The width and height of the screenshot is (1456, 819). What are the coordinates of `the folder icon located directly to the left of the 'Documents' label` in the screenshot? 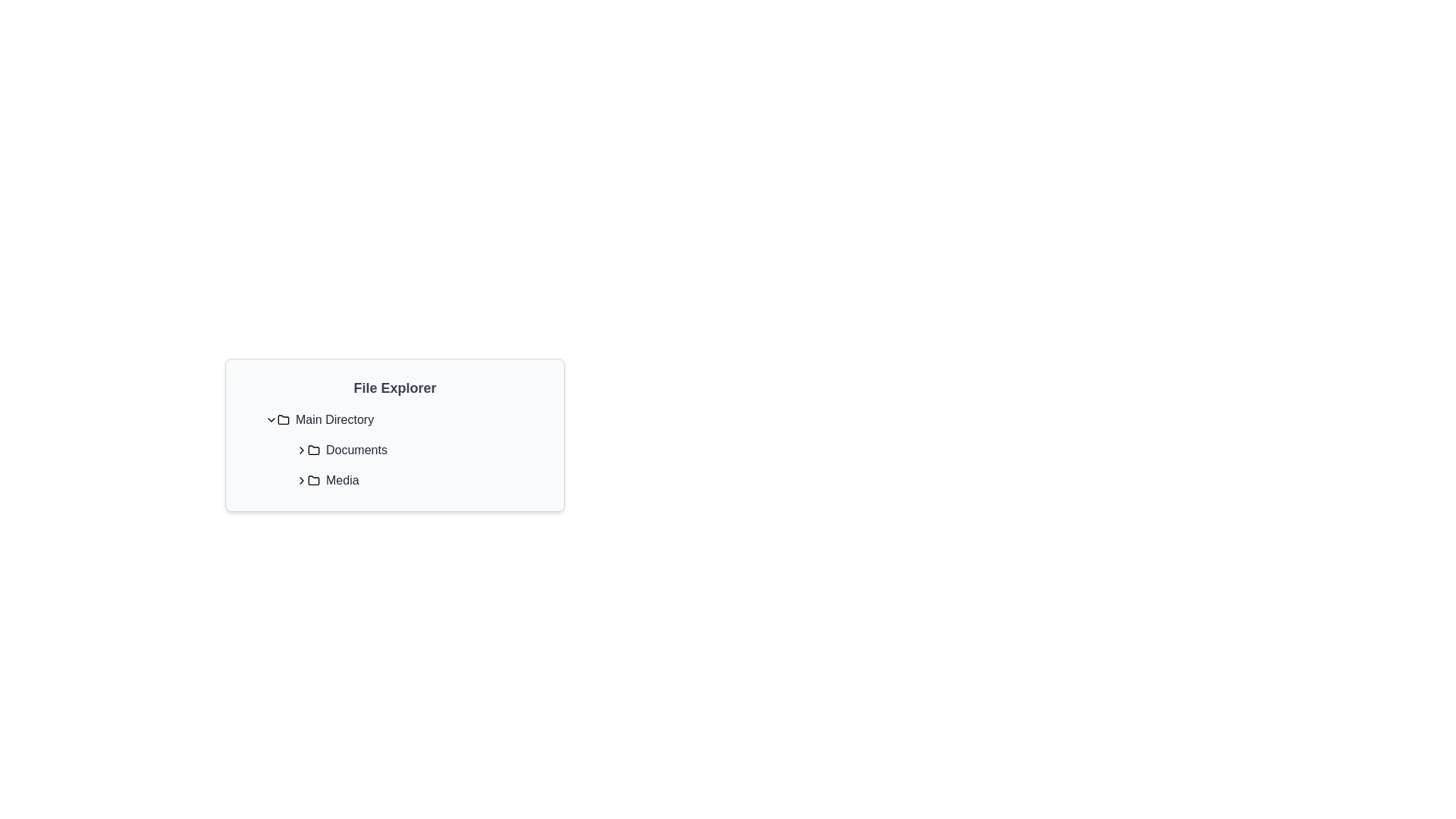 It's located at (312, 449).